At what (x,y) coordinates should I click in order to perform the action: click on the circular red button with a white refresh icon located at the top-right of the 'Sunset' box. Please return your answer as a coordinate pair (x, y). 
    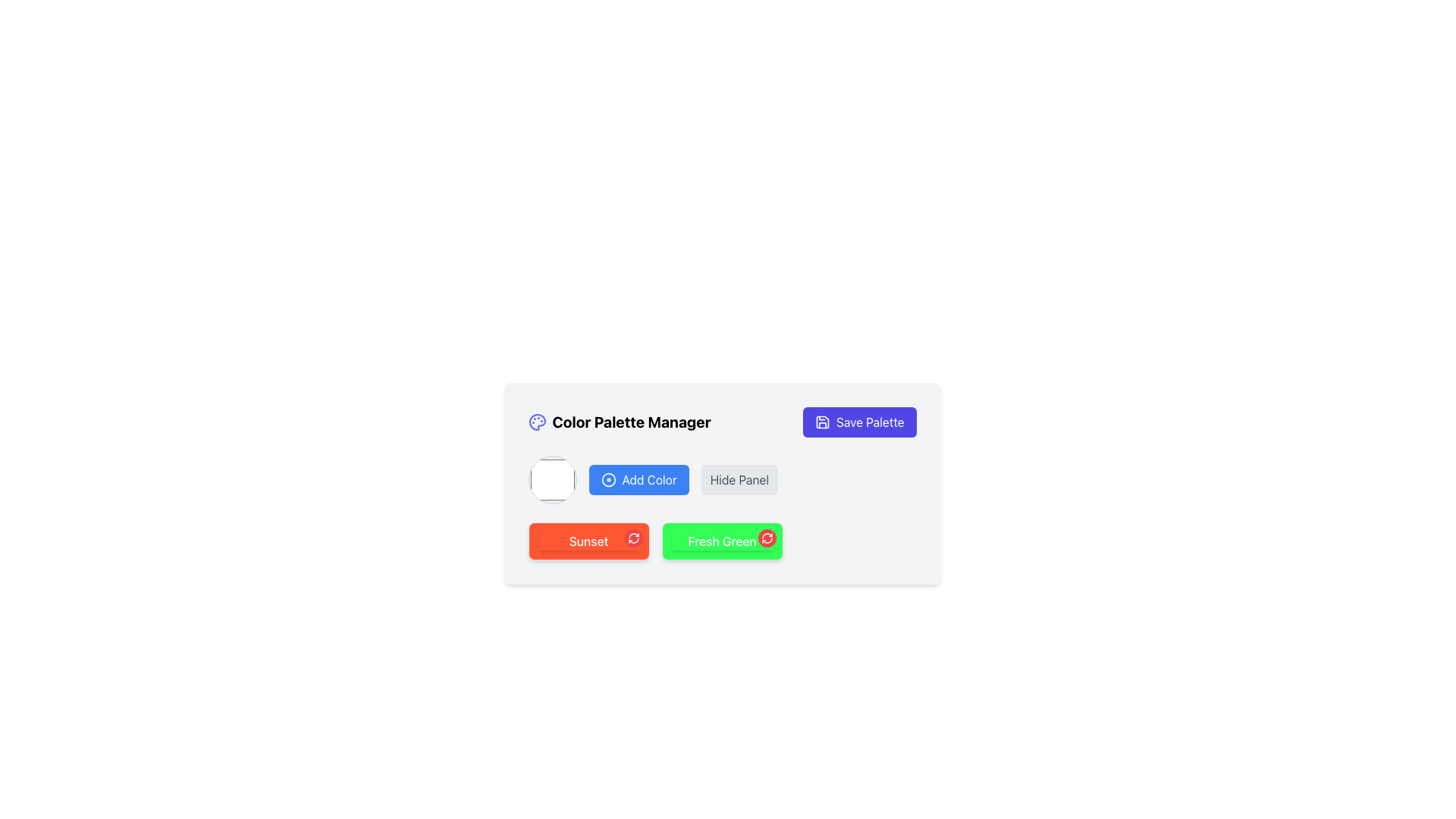
    Looking at the image, I should click on (633, 537).